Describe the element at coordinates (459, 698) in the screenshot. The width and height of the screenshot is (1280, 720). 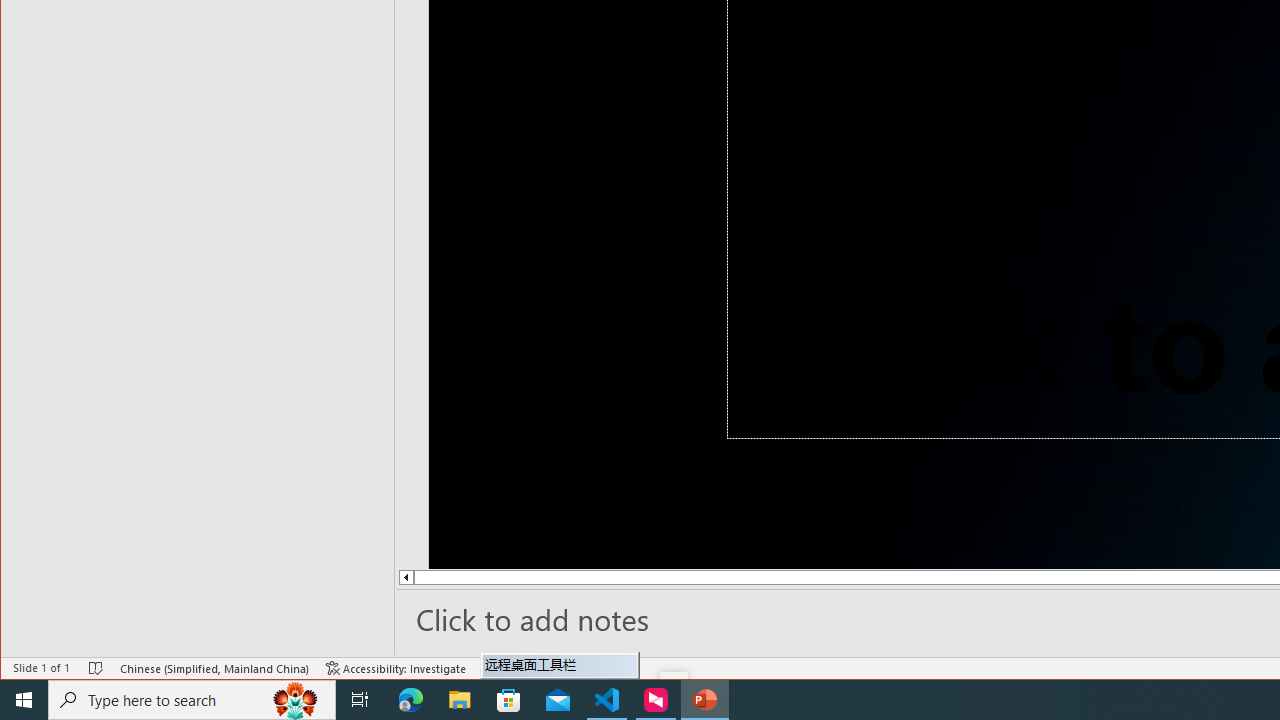
I see `'File Explorer'` at that location.